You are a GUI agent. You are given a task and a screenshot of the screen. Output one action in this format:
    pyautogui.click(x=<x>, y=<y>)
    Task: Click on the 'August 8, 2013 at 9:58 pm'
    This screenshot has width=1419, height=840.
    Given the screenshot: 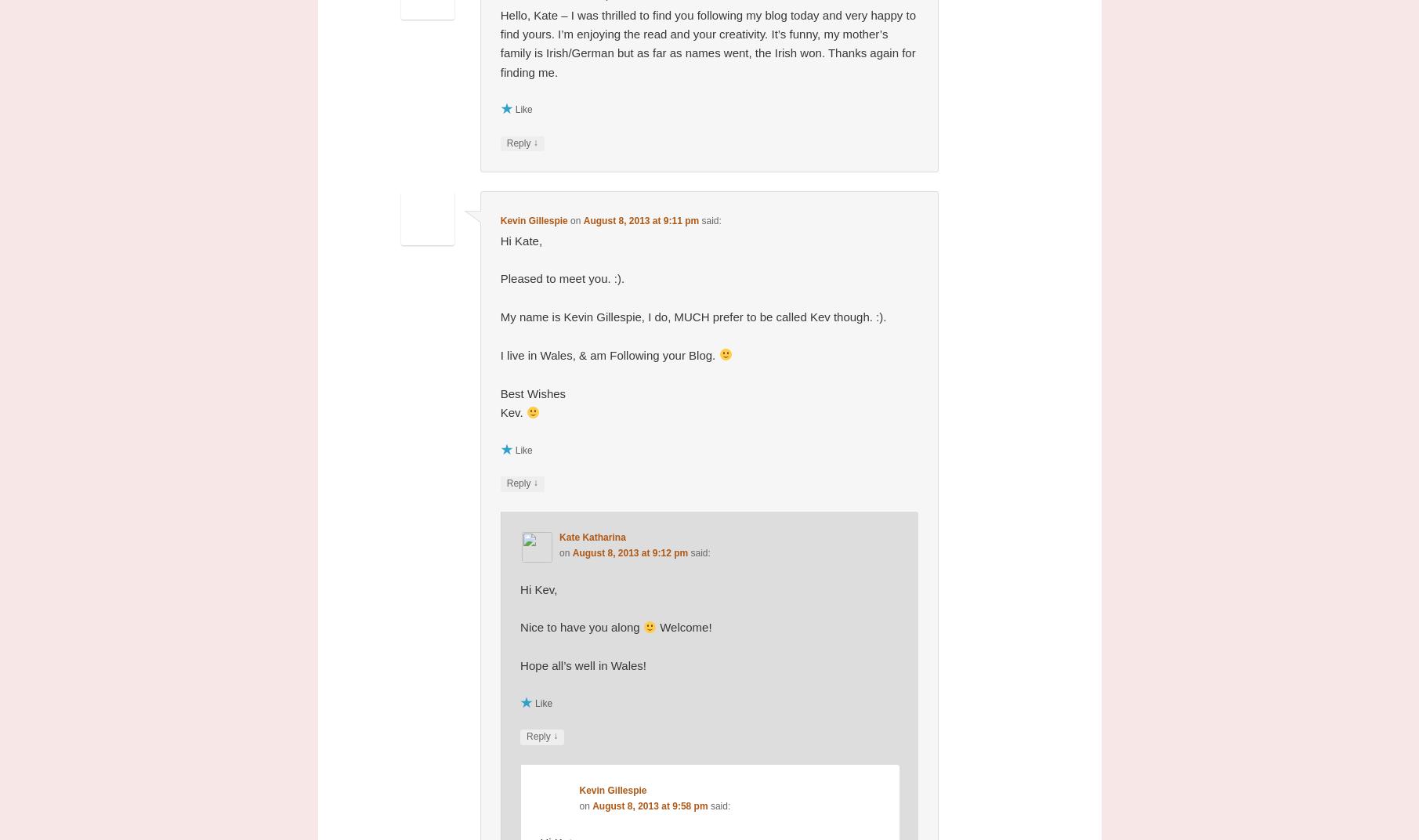 What is the action you would take?
    pyautogui.click(x=650, y=806)
    